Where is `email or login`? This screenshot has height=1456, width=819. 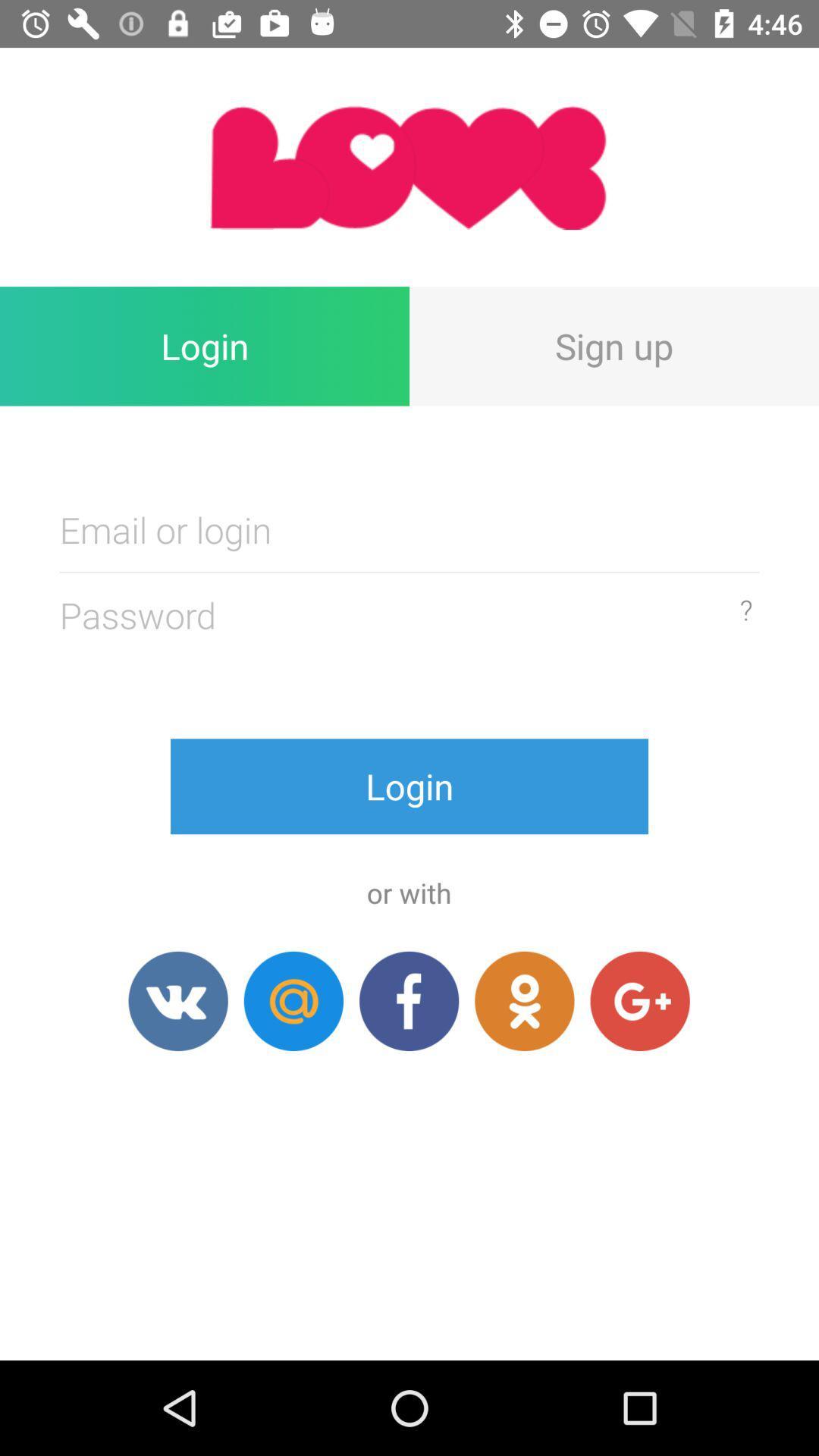 email or login is located at coordinates (409, 529).